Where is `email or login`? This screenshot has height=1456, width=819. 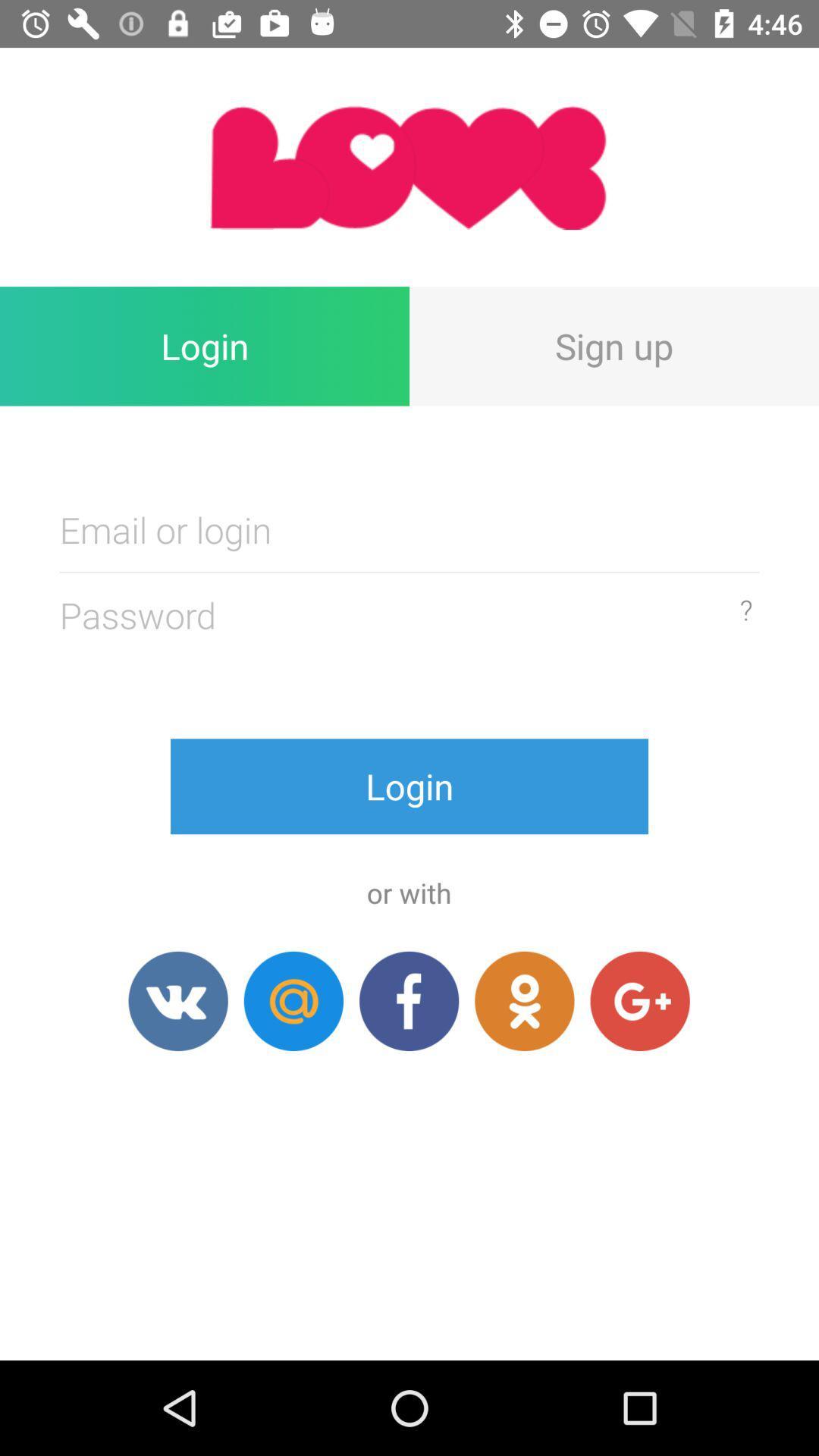 email or login is located at coordinates (409, 529).